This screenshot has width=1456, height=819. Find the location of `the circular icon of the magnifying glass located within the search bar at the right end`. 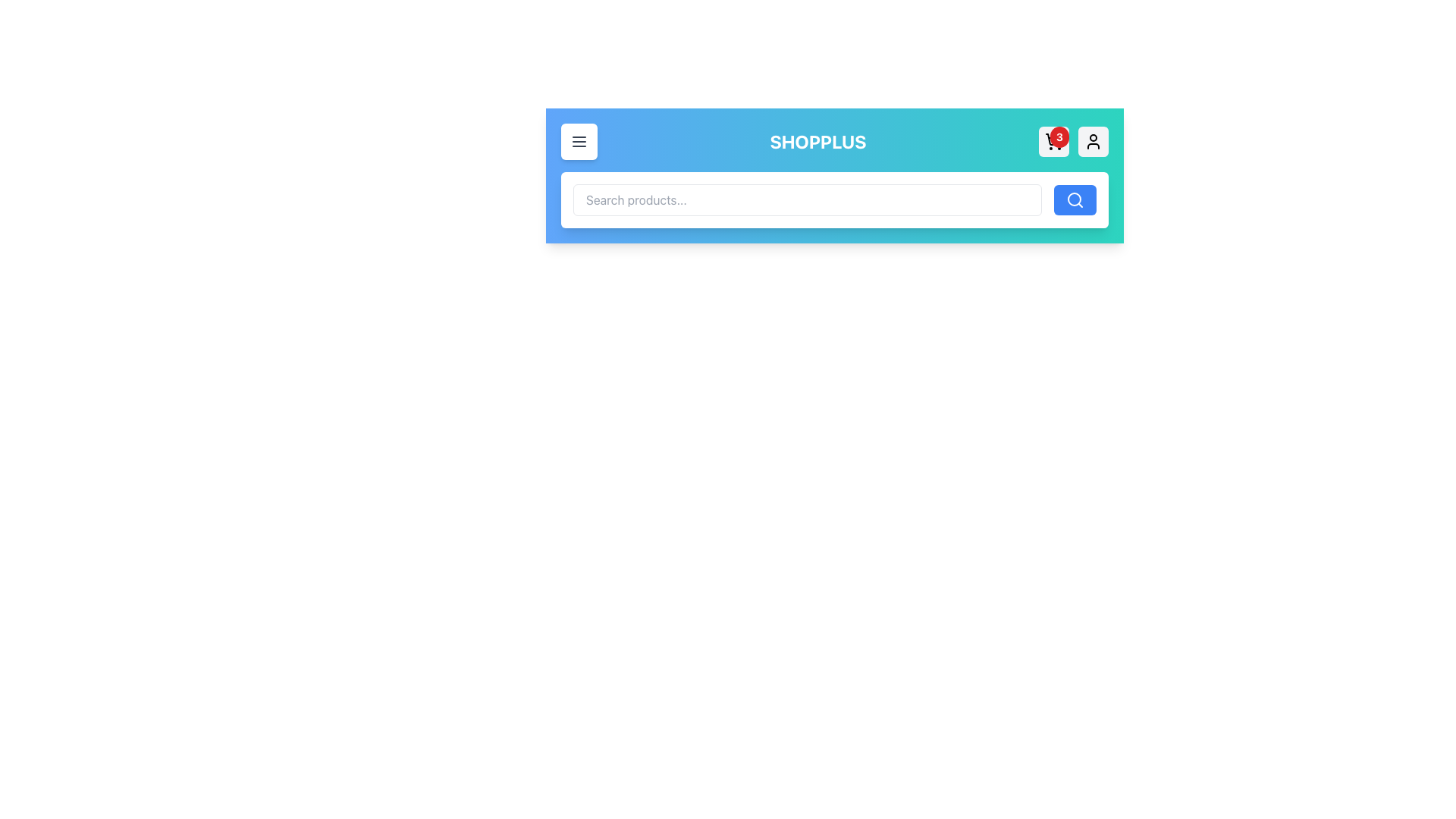

the circular icon of the magnifying glass located within the search bar at the right end is located at coordinates (1073, 198).